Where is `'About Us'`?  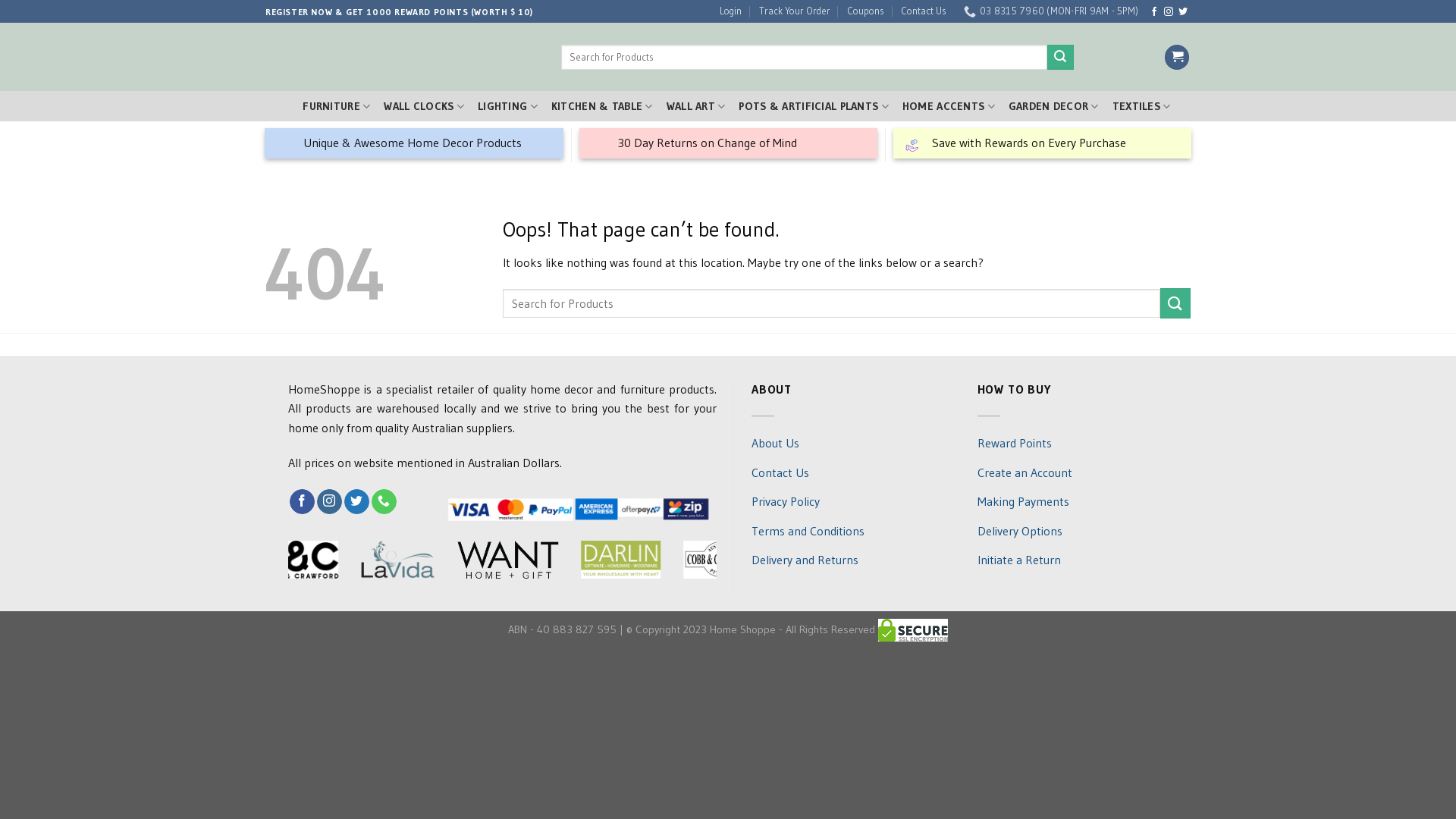 'About Us' is located at coordinates (775, 444).